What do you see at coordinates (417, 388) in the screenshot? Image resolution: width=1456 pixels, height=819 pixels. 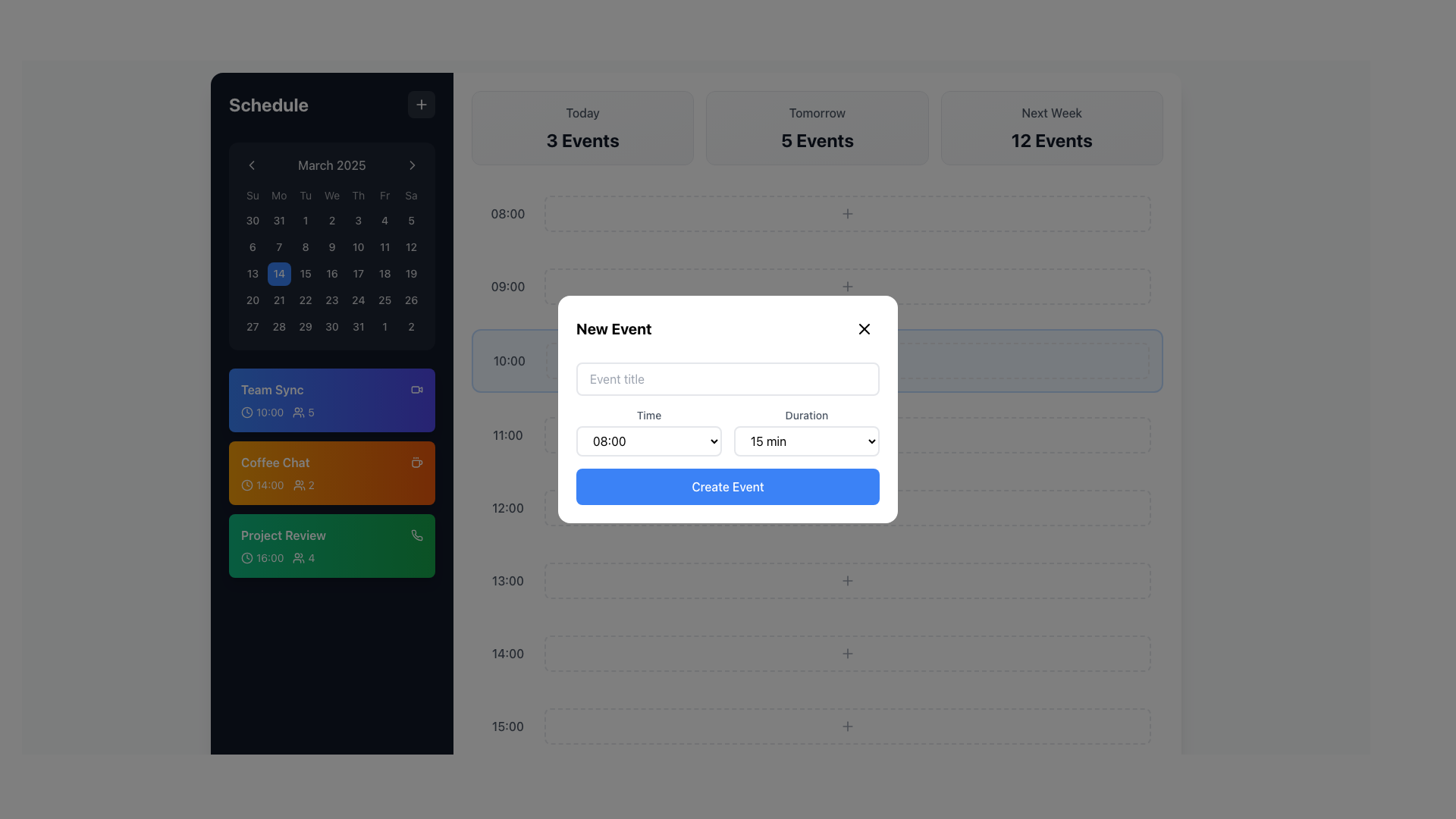 I see `the video icon indicating the scheduled call for the 'Team Sync' event located to the right of the 'Team Sync' card title in the sidebar's task list` at bounding box center [417, 388].